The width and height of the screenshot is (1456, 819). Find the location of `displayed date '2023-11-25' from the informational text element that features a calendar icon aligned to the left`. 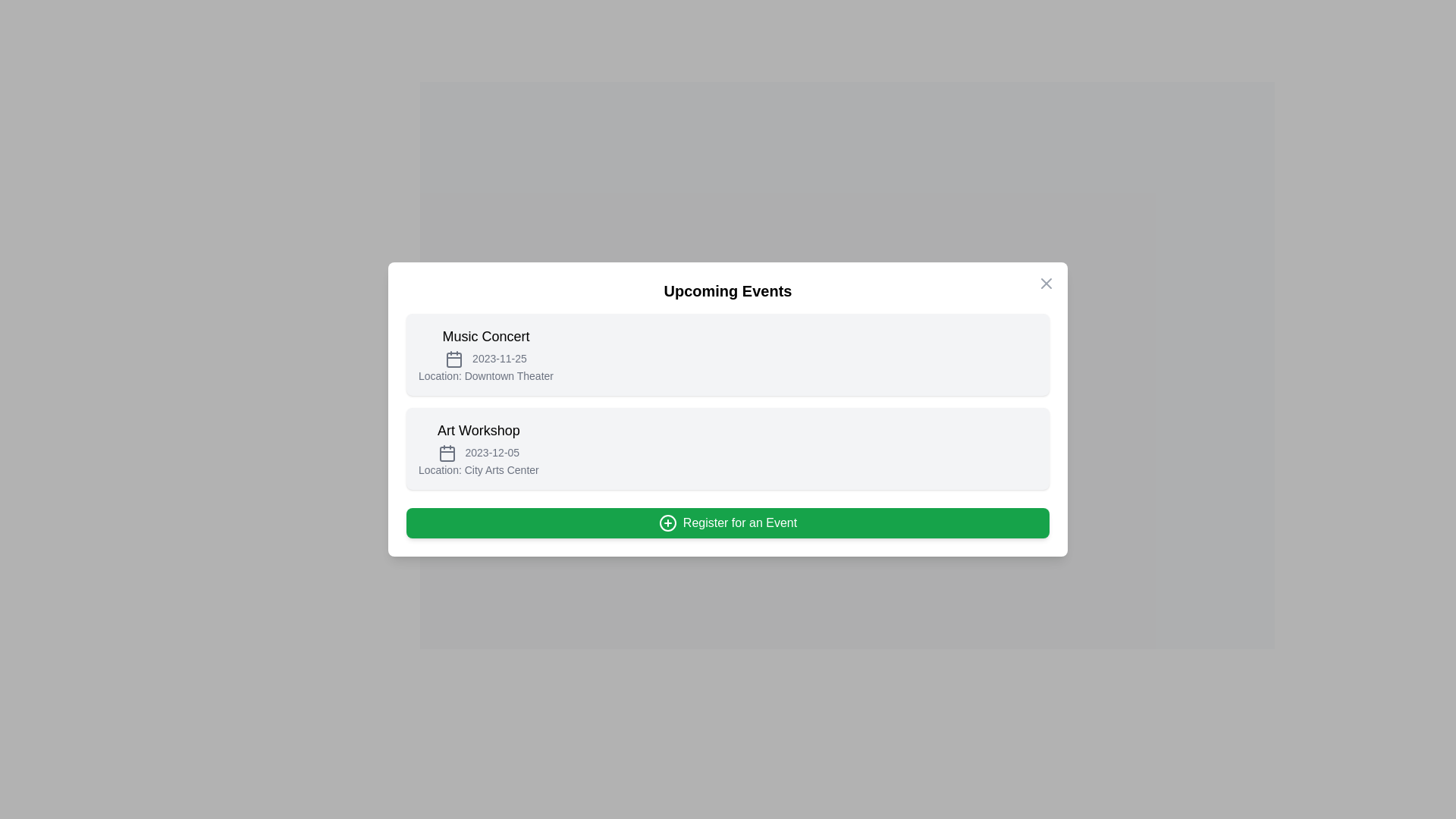

displayed date '2023-11-25' from the informational text element that features a calendar icon aligned to the left is located at coordinates (485, 359).